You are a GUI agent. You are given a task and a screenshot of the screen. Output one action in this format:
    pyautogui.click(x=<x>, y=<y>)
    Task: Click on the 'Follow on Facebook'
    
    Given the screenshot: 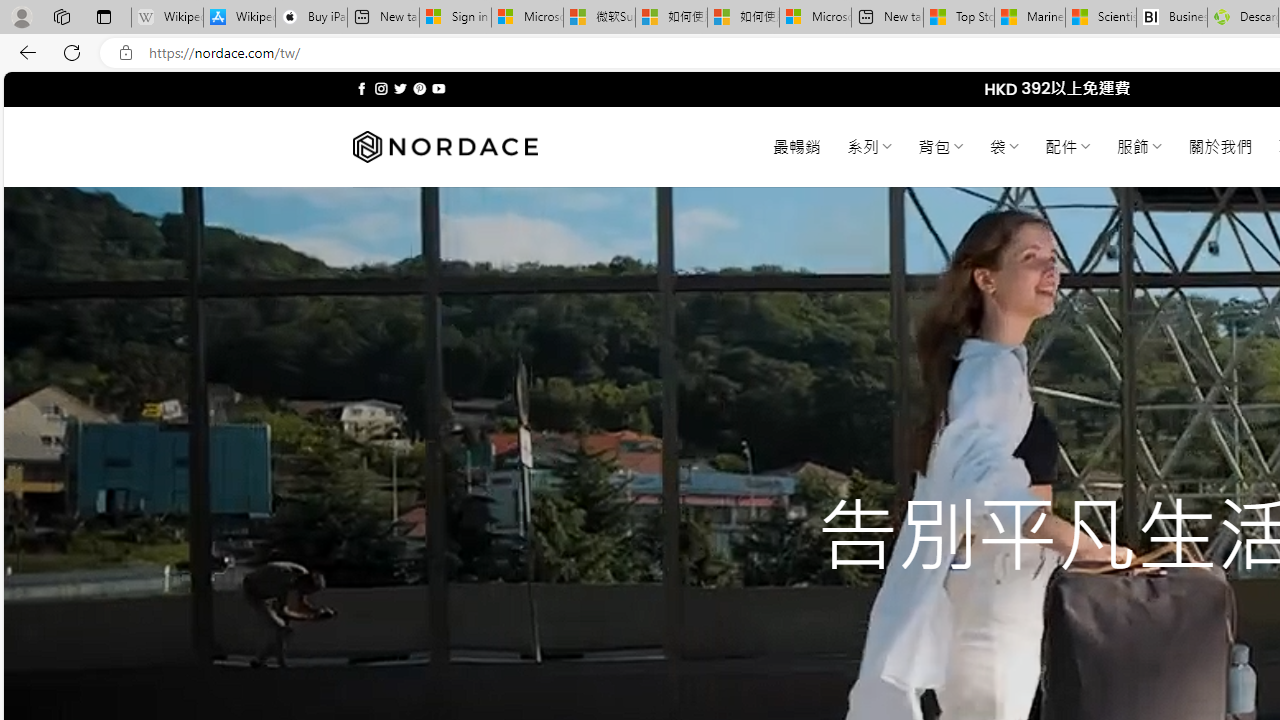 What is the action you would take?
    pyautogui.click(x=362, y=88)
    